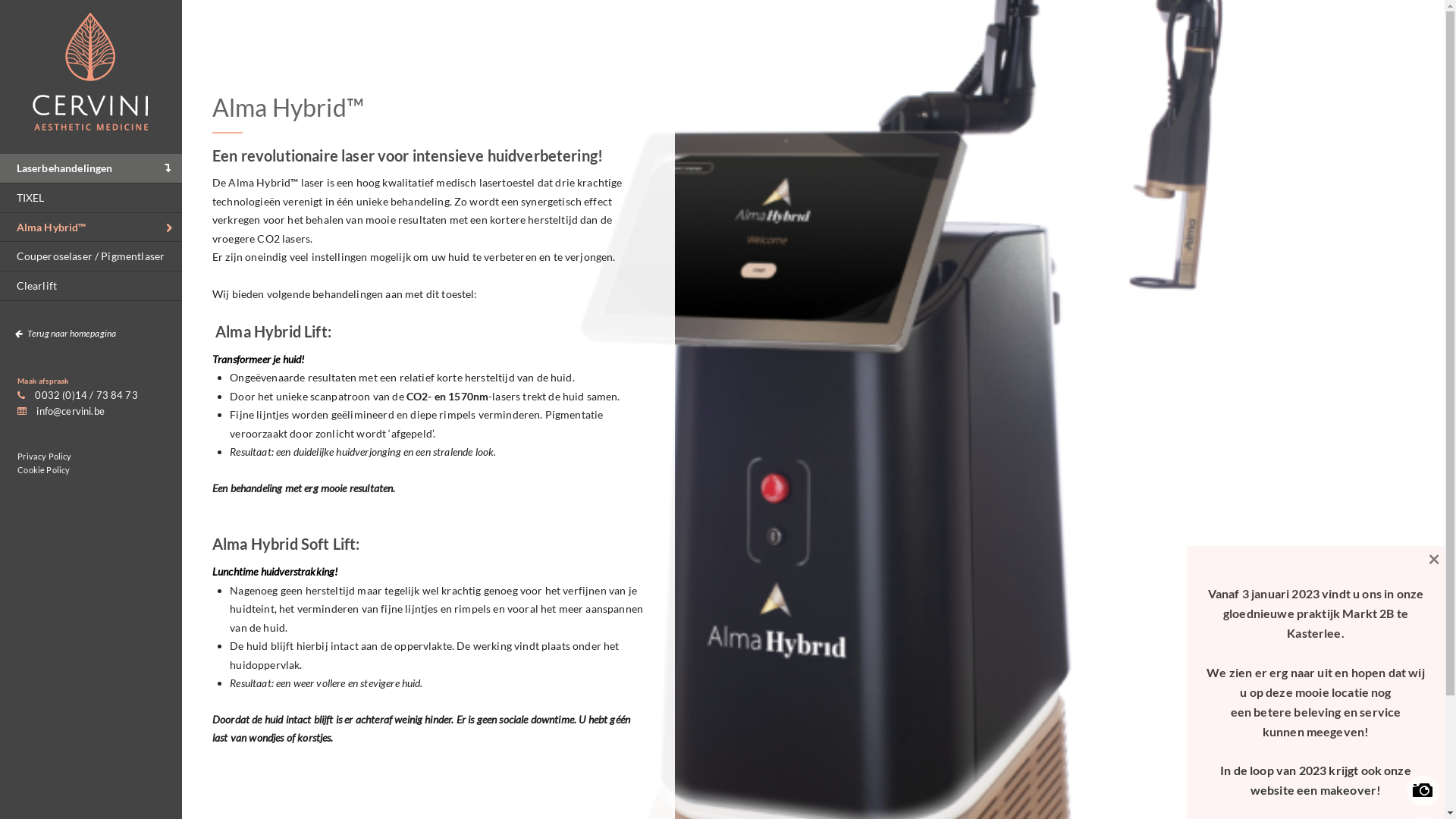 The height and width of the screenshot is (819, 1456). What do you see at coordinates (0, 332) in the screenshot?
I see `'Terug naar homepagina'` at bounding box center [0, 332].